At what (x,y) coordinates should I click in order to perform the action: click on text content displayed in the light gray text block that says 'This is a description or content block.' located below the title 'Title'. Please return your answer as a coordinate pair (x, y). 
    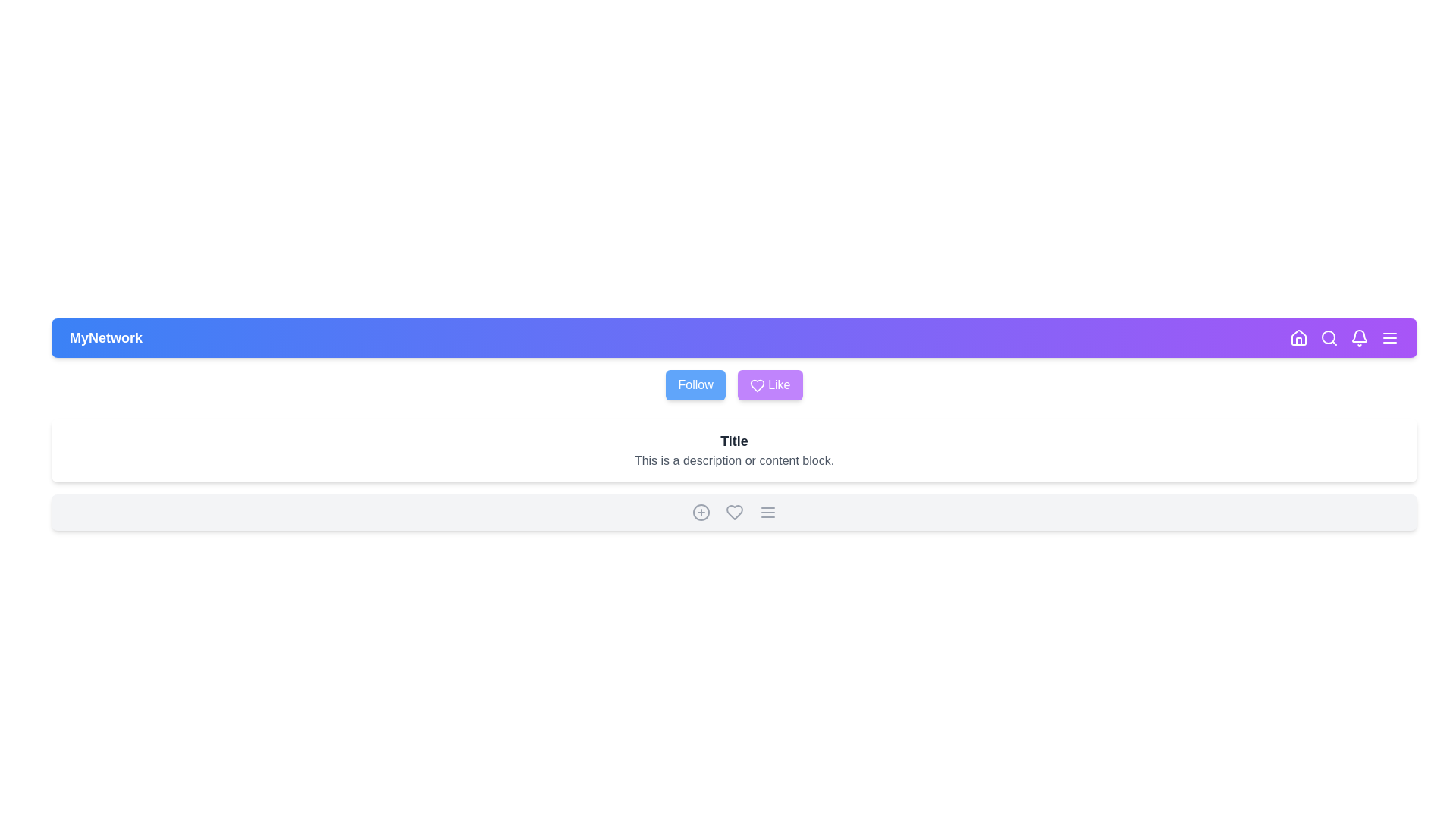
    Looking at the image, I should click on (734, 460).